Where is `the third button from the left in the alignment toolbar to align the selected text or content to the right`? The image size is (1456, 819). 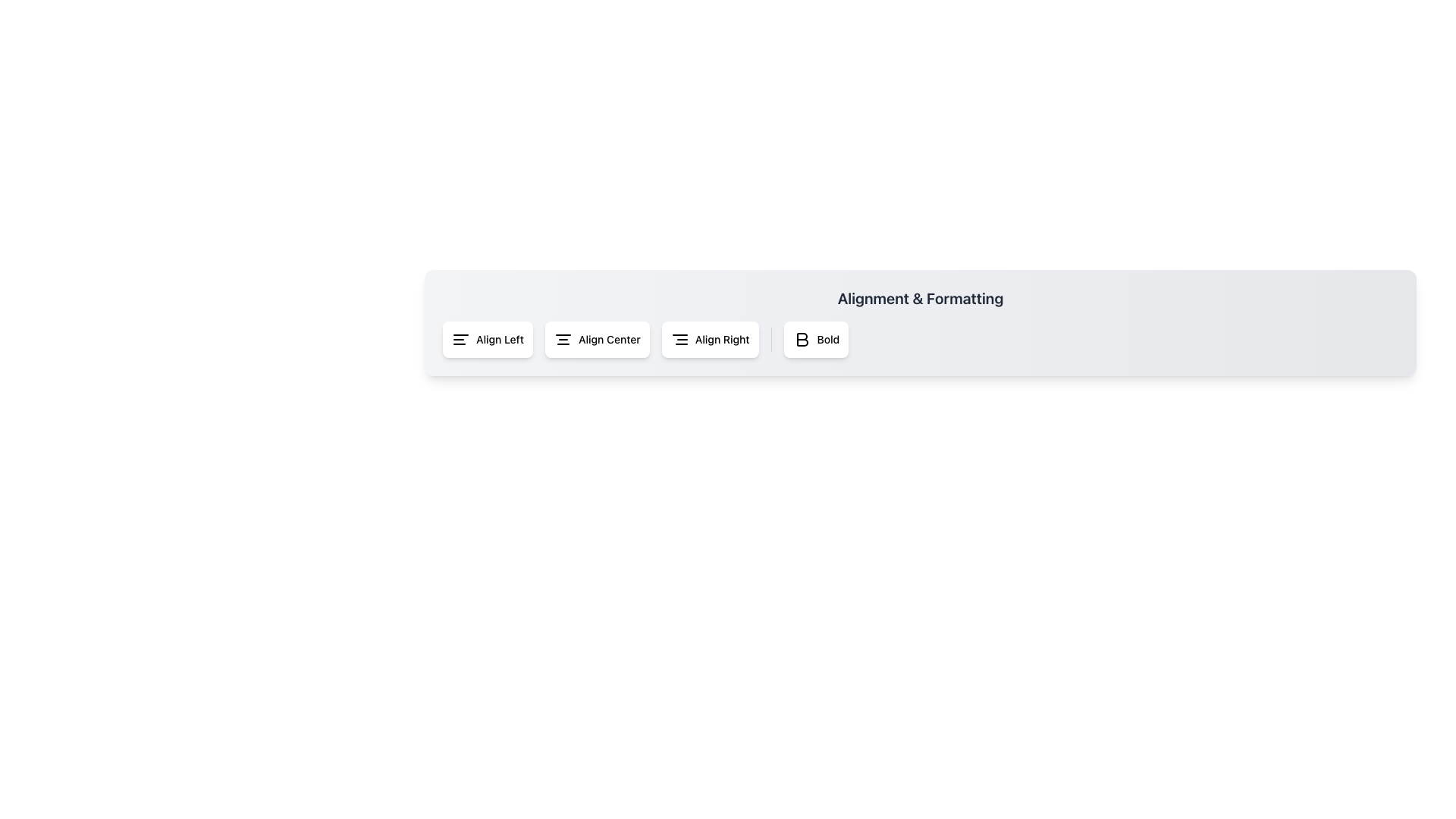 the third button from the left in the alignment toolbar to align the selected text or content to the right is located at coordinates (709, 338).